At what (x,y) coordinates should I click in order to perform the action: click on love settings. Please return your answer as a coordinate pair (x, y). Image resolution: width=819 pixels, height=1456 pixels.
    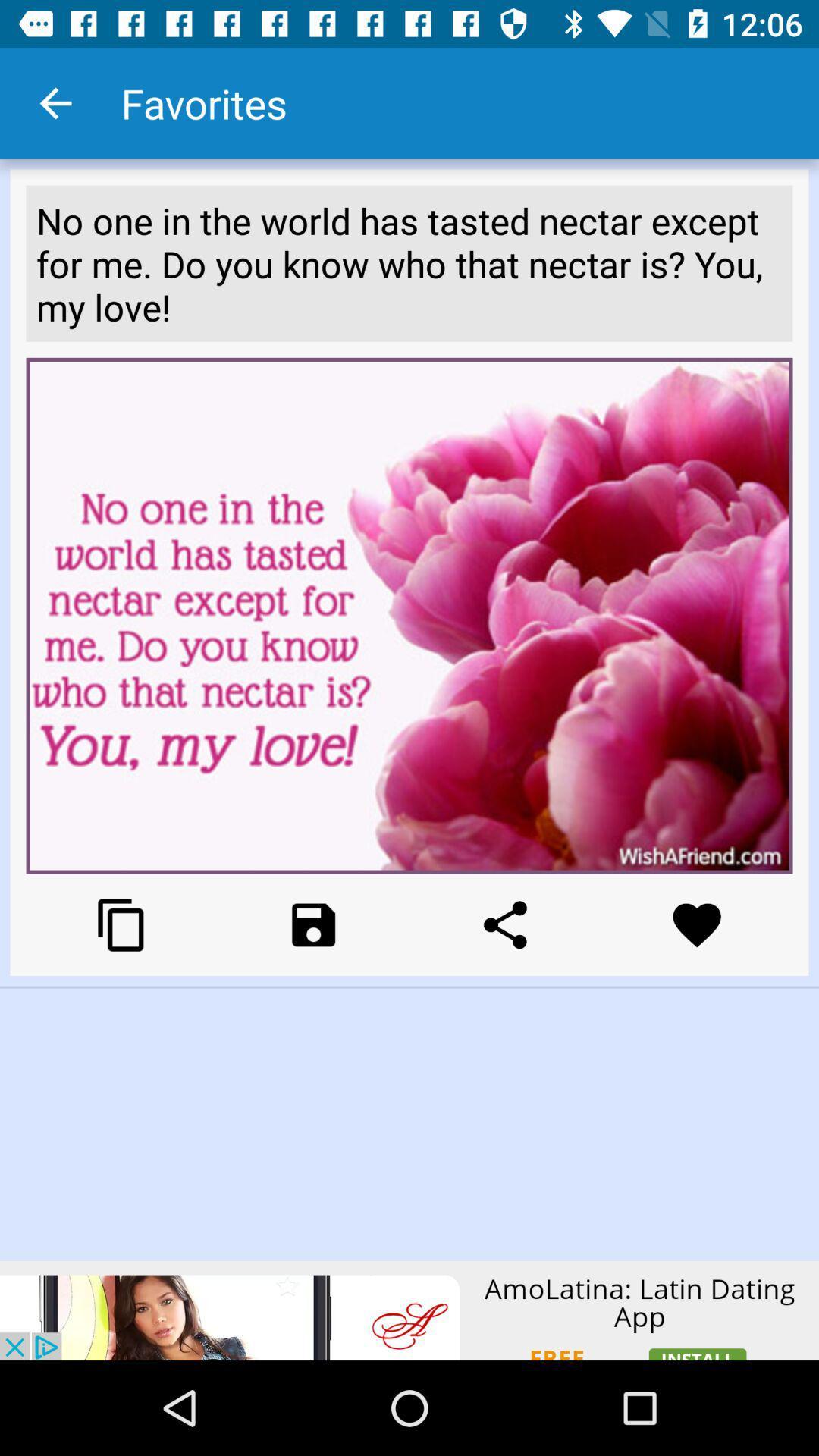
    Looking at the image, I should click on (697, 924).